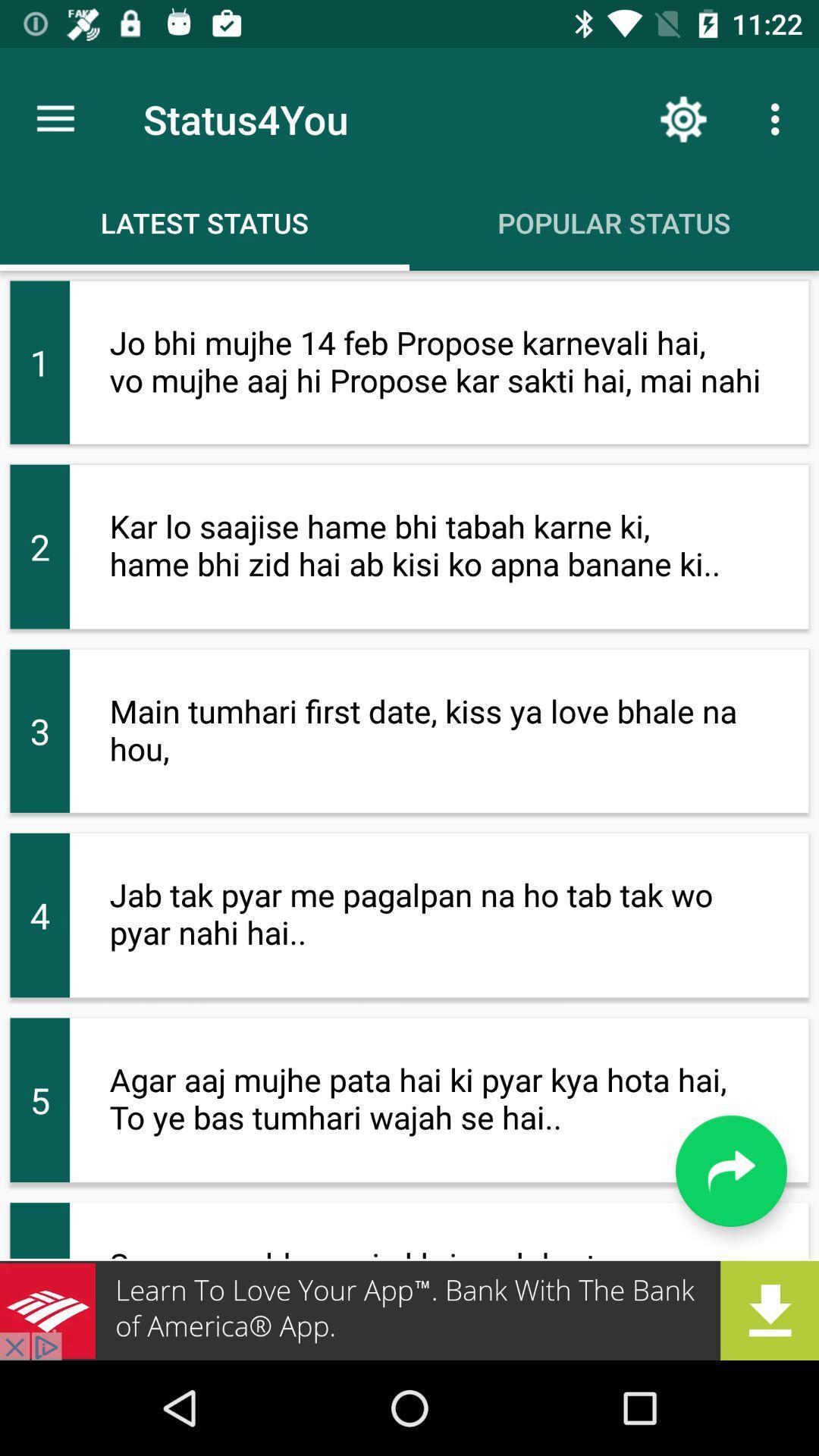 This screenshot has width=819, height=1456. I want to click on share the text and image, so click(730, 1170).